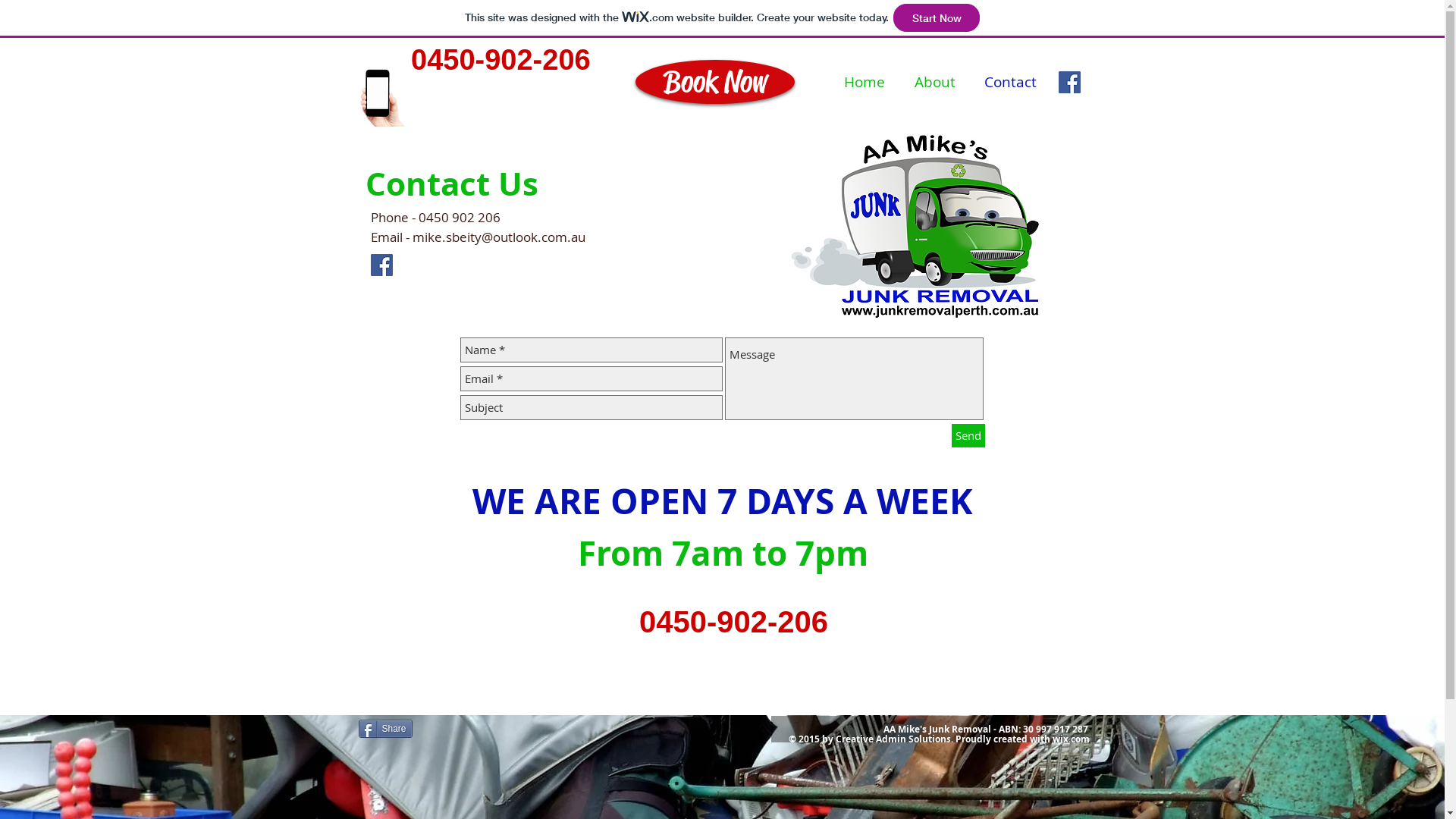  I want to click on 'About', so click(934, 82).